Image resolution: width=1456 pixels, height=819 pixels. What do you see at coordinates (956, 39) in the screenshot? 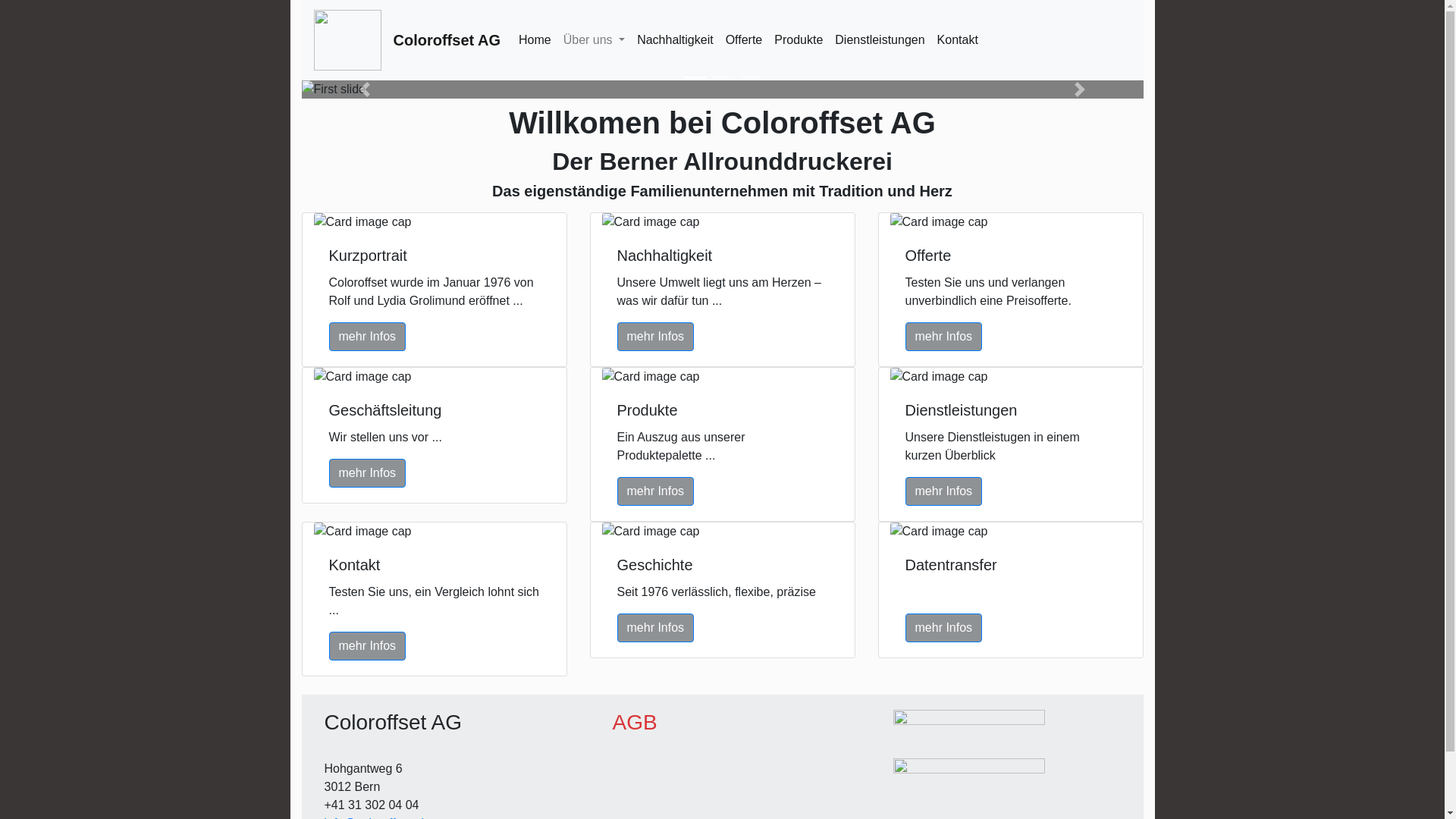
I see `'Kontakt` at bounding box center [956, 39].